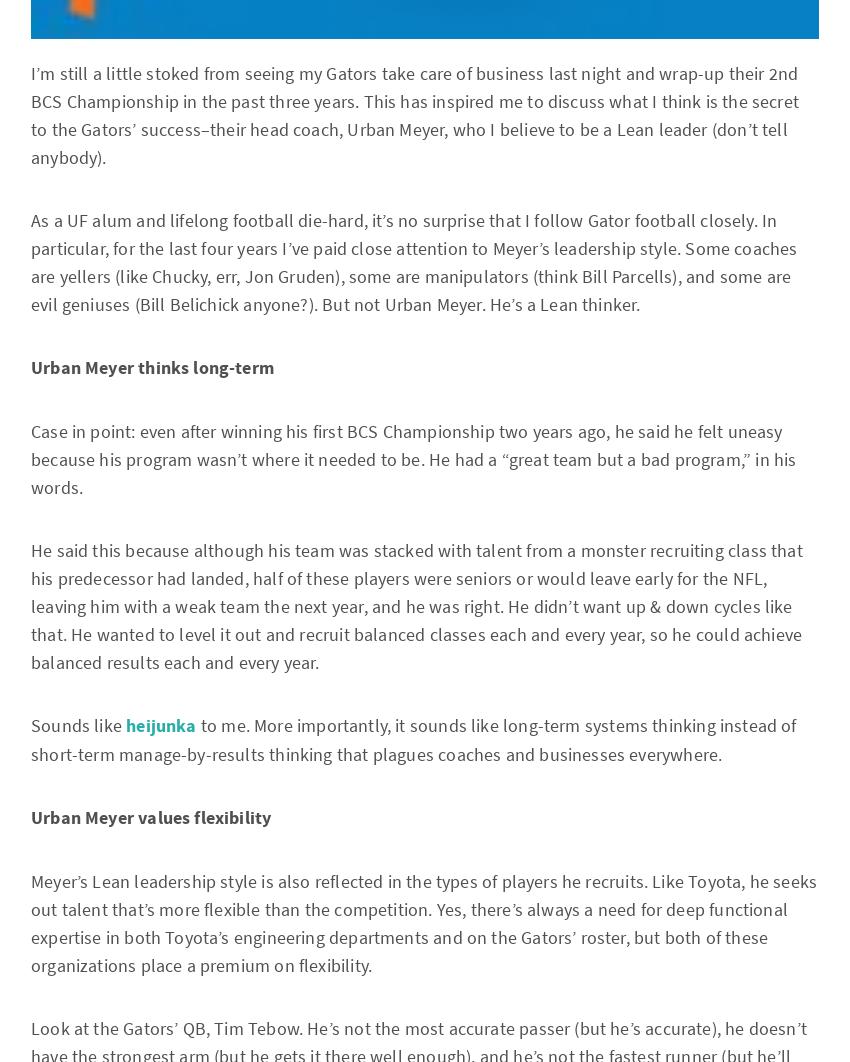 The image size is (850, 1062). Describe the element at coordinates (423, 922) in the screenshot. I see `'Meyer’s Lean leadership style is also reflected in the types of players he recruits. Like Toyota, he seeks out talent that’s more flexible than the competition. Yes, there’s always a need for deep functional expertise in both Toyota’s engineering departments and on the Gators’ roster, but both of these organizations place a premium on flexibility.'` at that location.